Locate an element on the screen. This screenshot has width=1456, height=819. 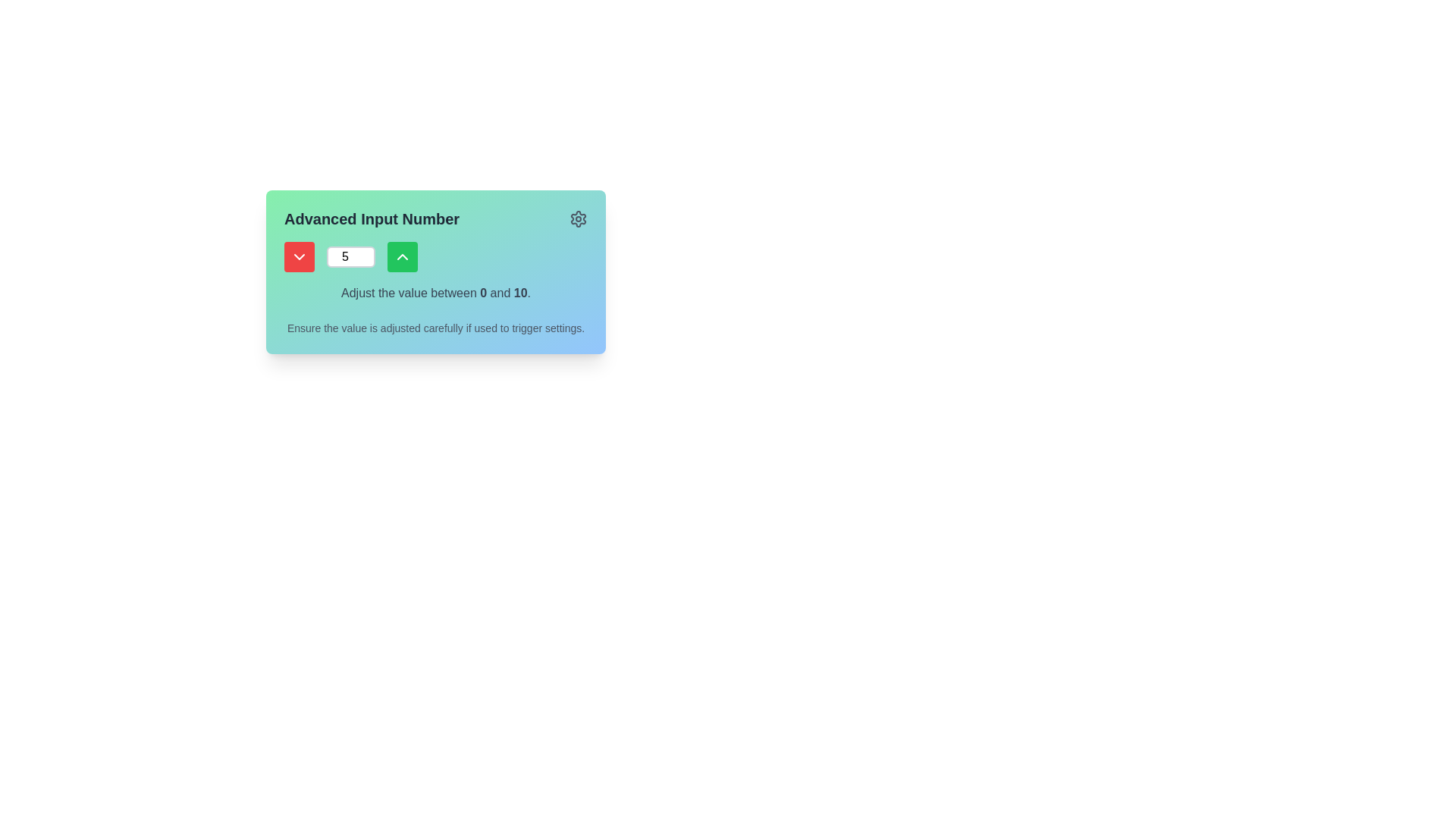
the bold-styled numeral '0' in the sentence 'Adjust the value between 0 and 10.' is located at coordinates (482, 293).